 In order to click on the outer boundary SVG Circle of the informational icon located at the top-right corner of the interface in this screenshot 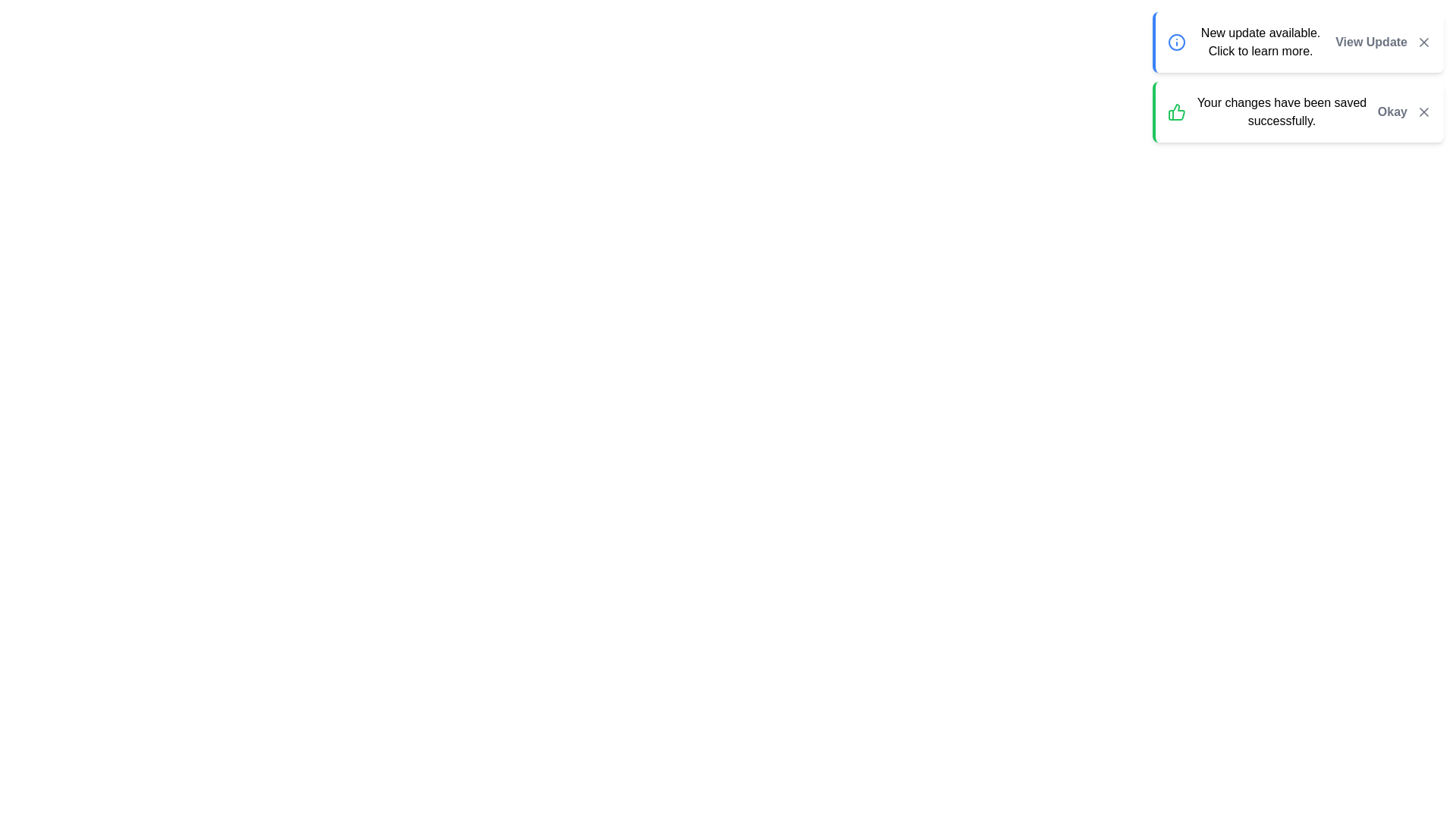, I will do `click(1175, 42)`.